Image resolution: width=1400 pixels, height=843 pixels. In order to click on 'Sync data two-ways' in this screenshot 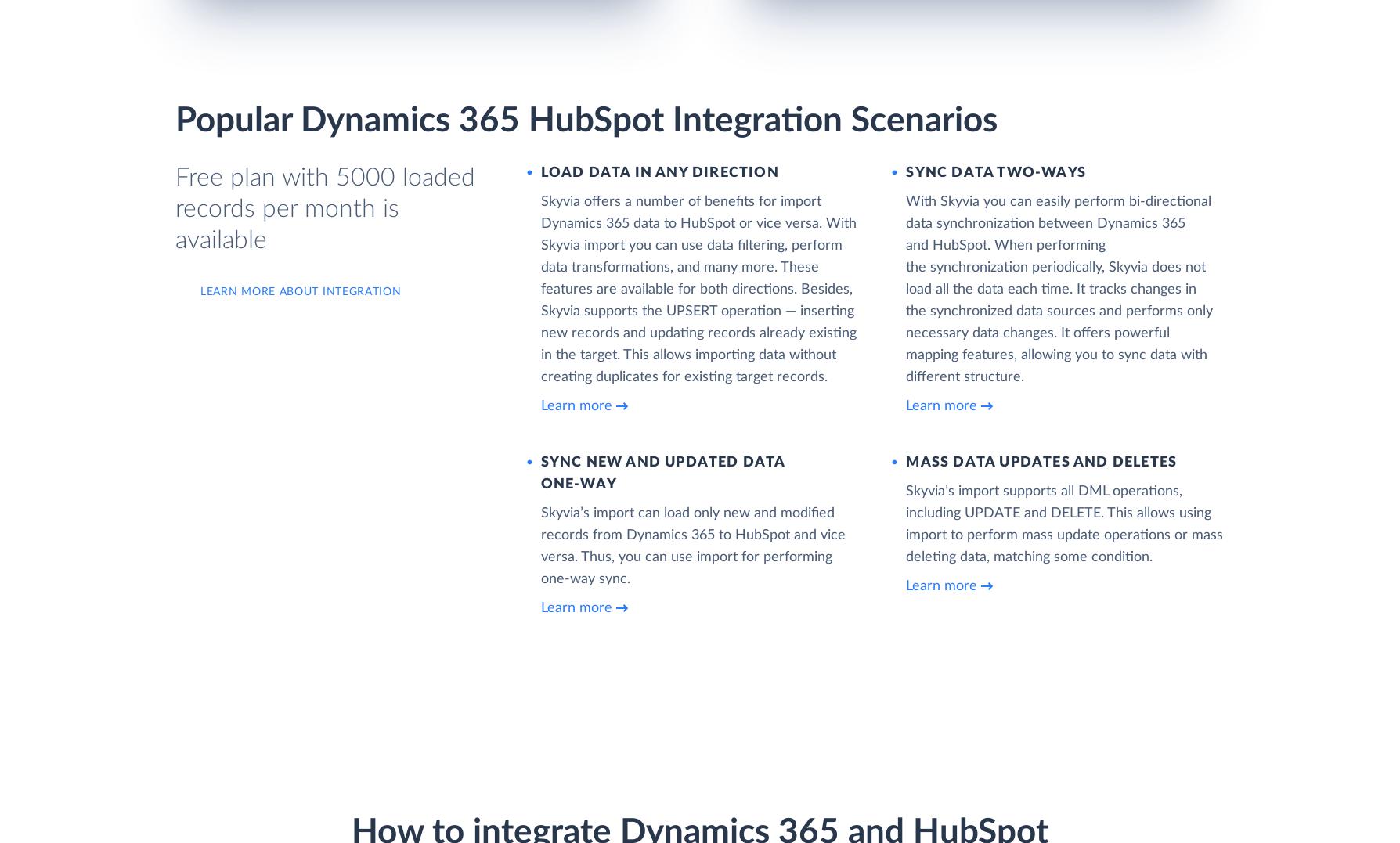, I will do `click(905, 172)`.